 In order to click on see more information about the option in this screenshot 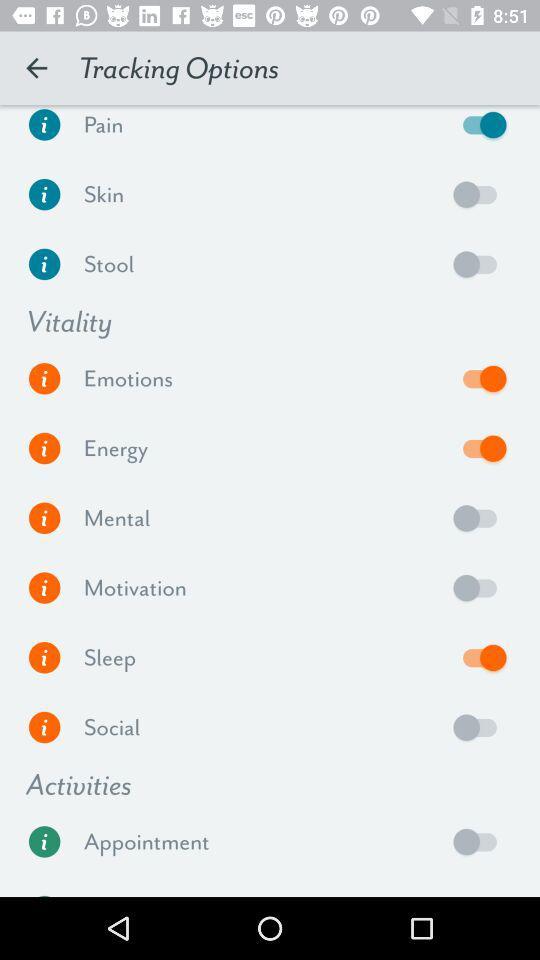, I will do `click(44, 840)`.